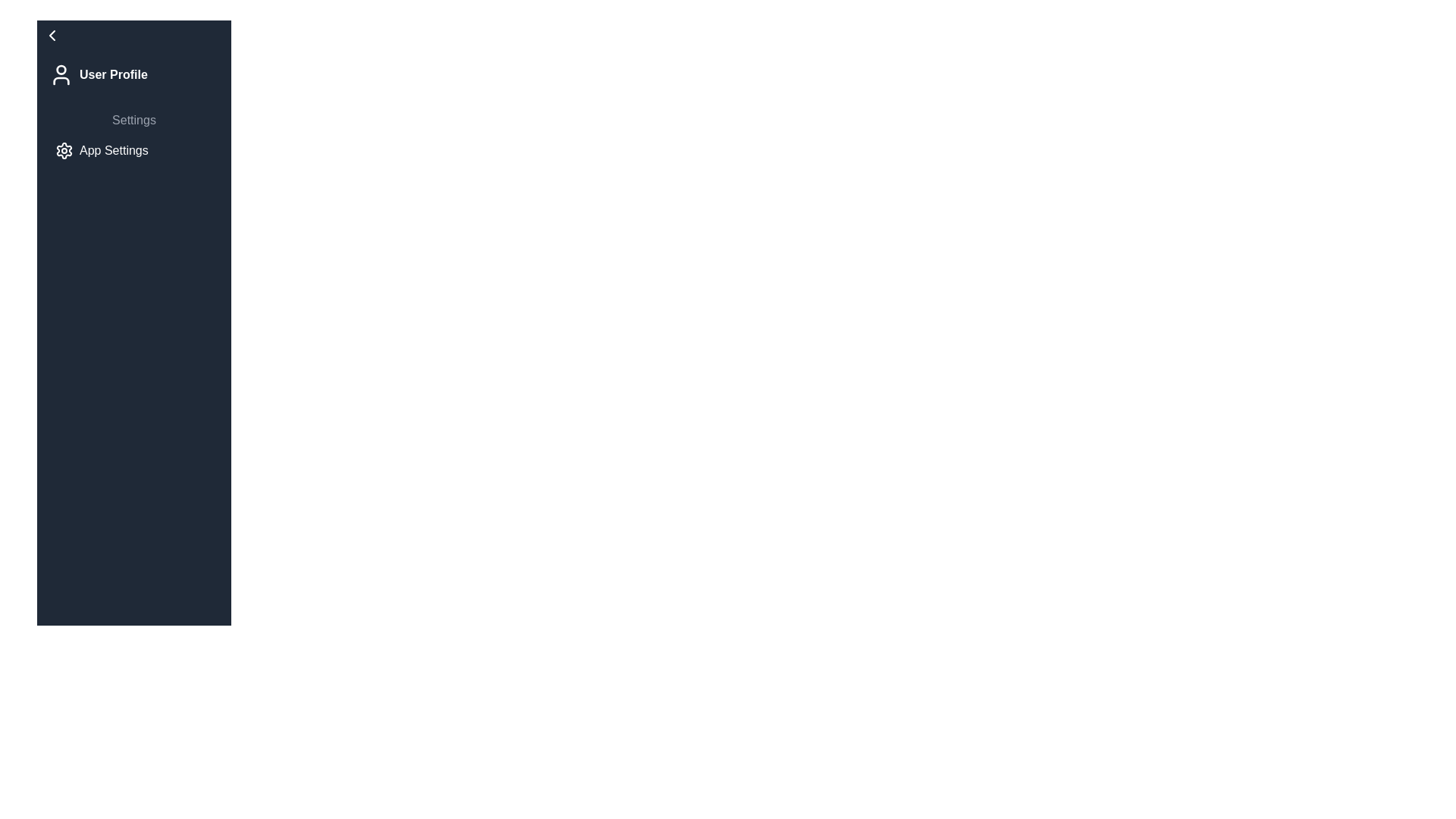 The height and width of the screenshot is (819, 1456). Describe the element at coordinates (134, 113) in the screenshot. I see `the text label that groups or categorizes related options, located between 'User Profile' and 'App Settings' on the left side of the interface` at that location.